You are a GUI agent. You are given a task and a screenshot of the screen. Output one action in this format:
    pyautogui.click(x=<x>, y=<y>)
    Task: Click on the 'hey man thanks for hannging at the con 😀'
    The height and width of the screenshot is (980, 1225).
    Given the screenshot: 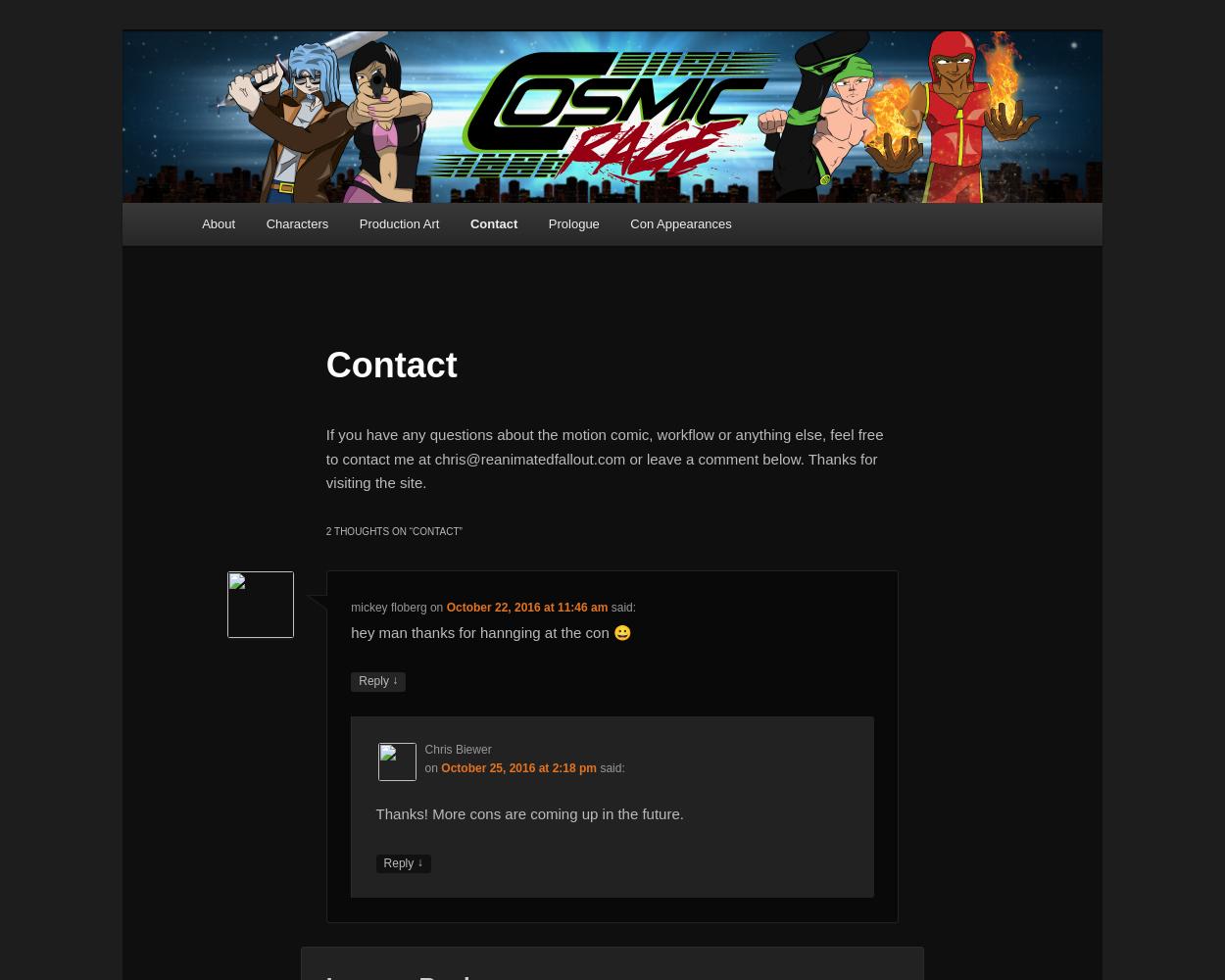 What is the action you would take?
    pyautogui.click(x=491, y=631)
    